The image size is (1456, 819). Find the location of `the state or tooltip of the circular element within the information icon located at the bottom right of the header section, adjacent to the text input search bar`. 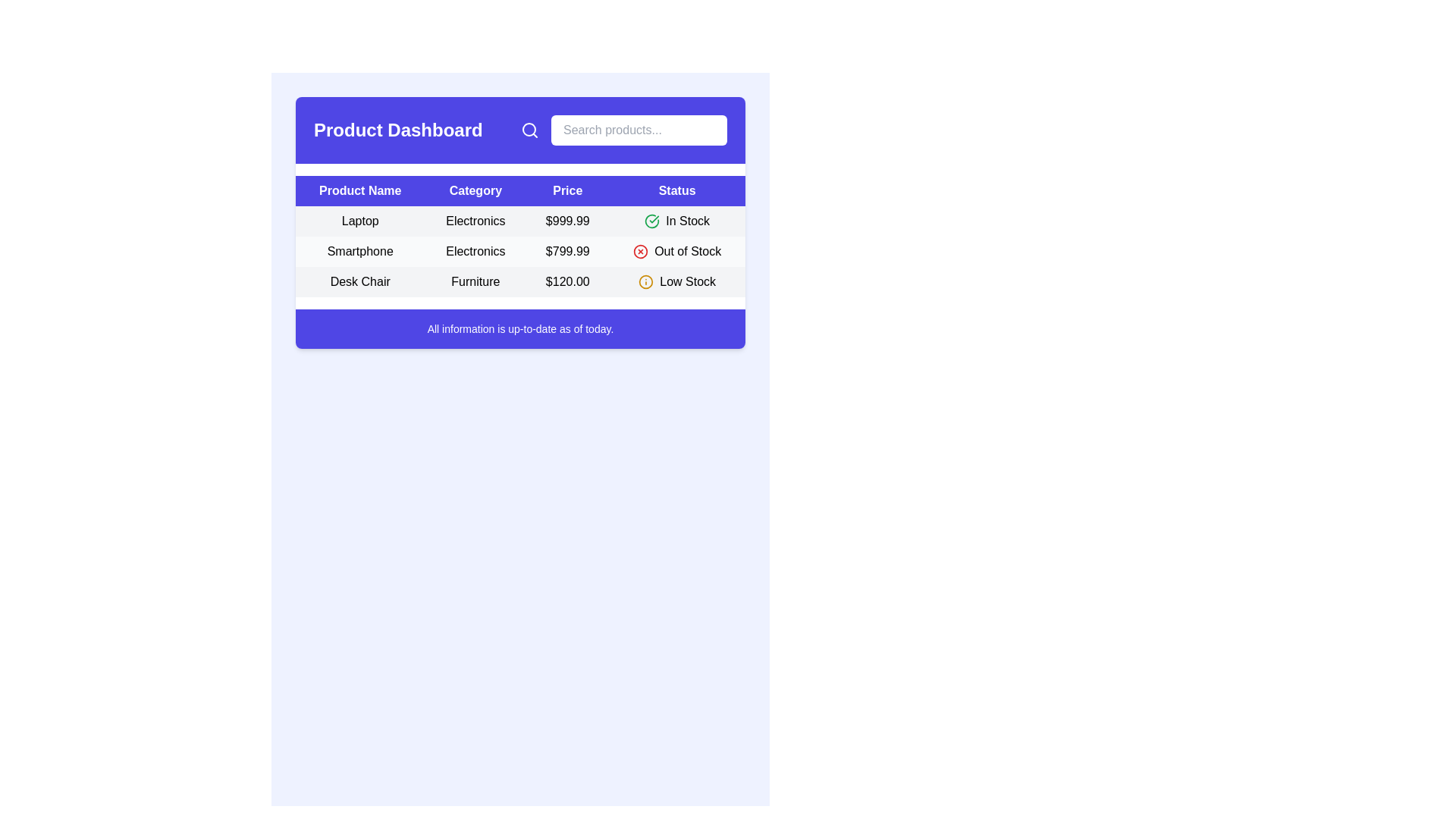

the state or tooltip of the circular element within the information icon located at the bottom right of the header section, adjacent to the text input search bar is located at coordinates (646, 281).